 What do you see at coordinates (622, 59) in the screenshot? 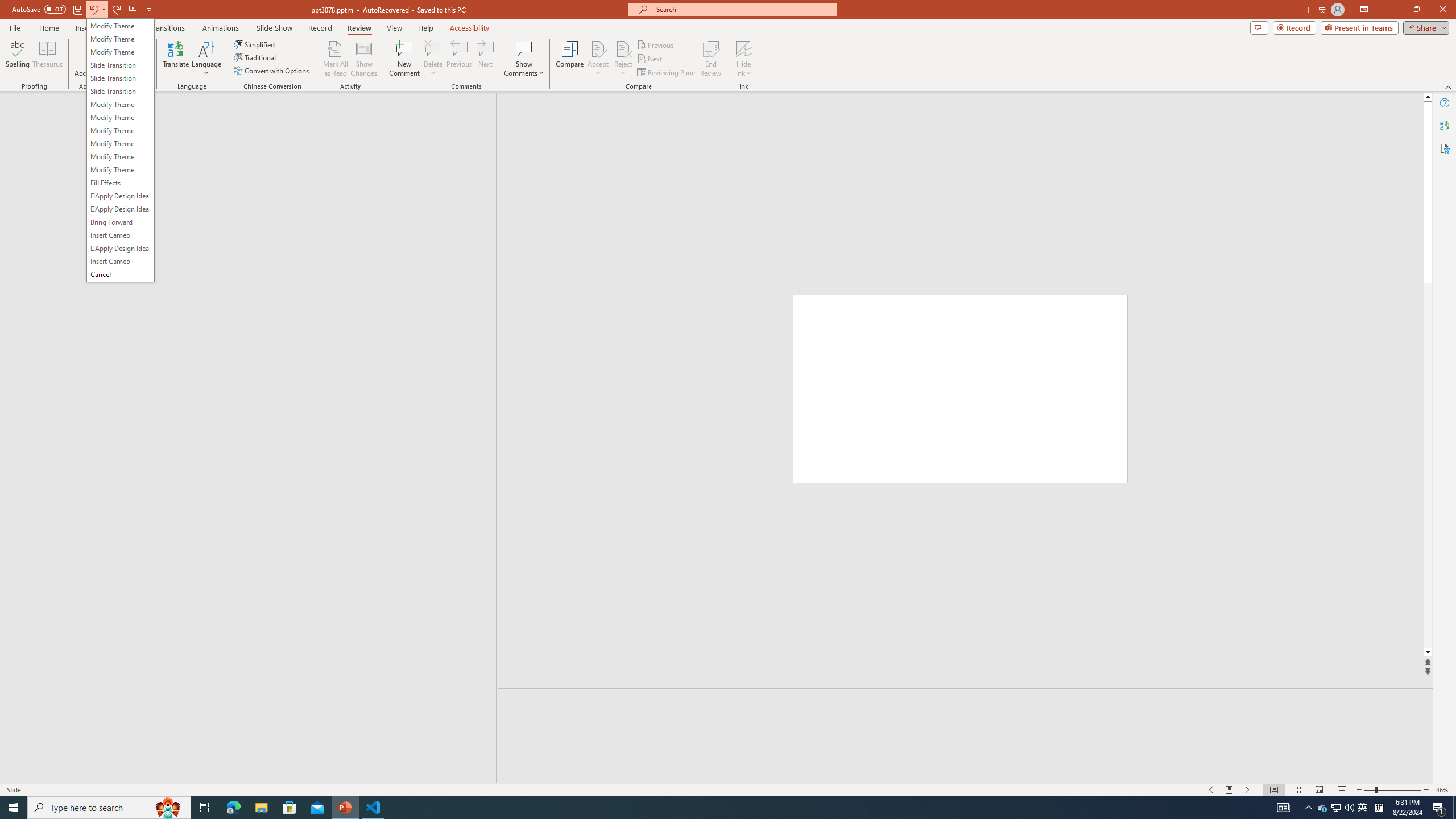
I see `'Reject'` at bounding box center [622, 59].